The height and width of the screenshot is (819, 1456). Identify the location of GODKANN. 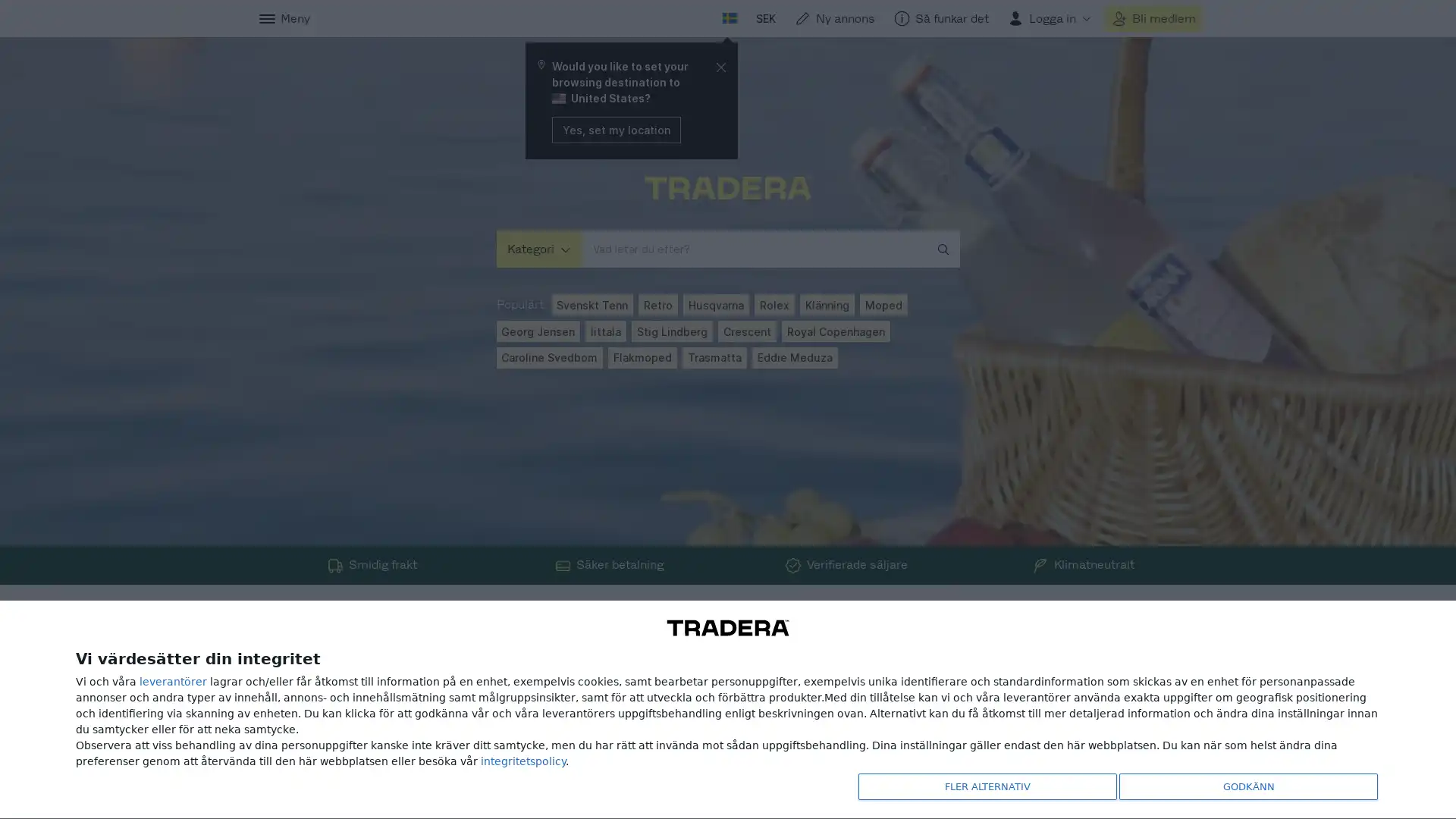
(1244, 784).